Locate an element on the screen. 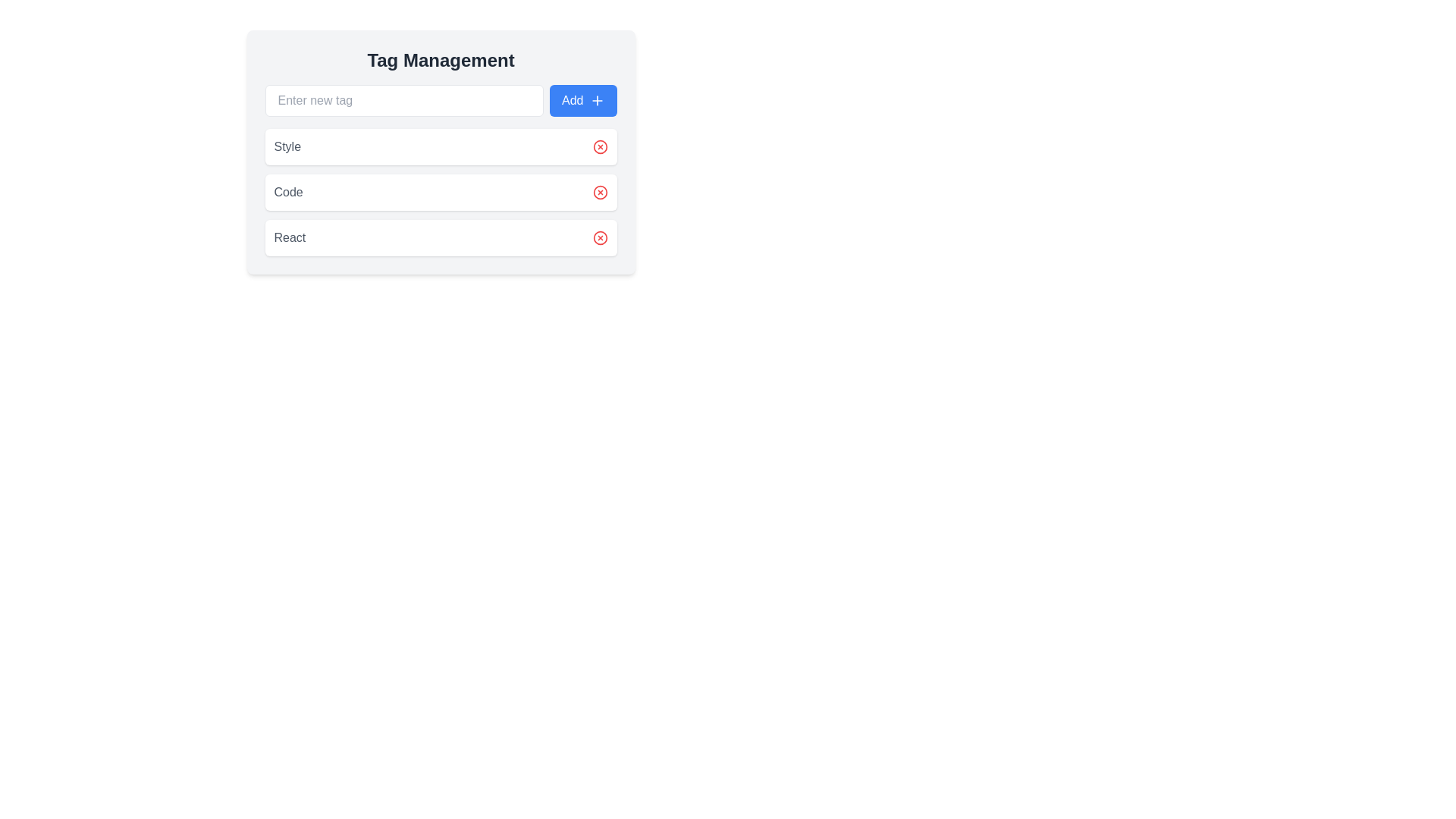 The width and height of the screenshot is (1456, 819). the icon inside the rounded blue button labeled 'Add' at the top-right of the 'Tag Management' content box is located at coordinates (596, 100).